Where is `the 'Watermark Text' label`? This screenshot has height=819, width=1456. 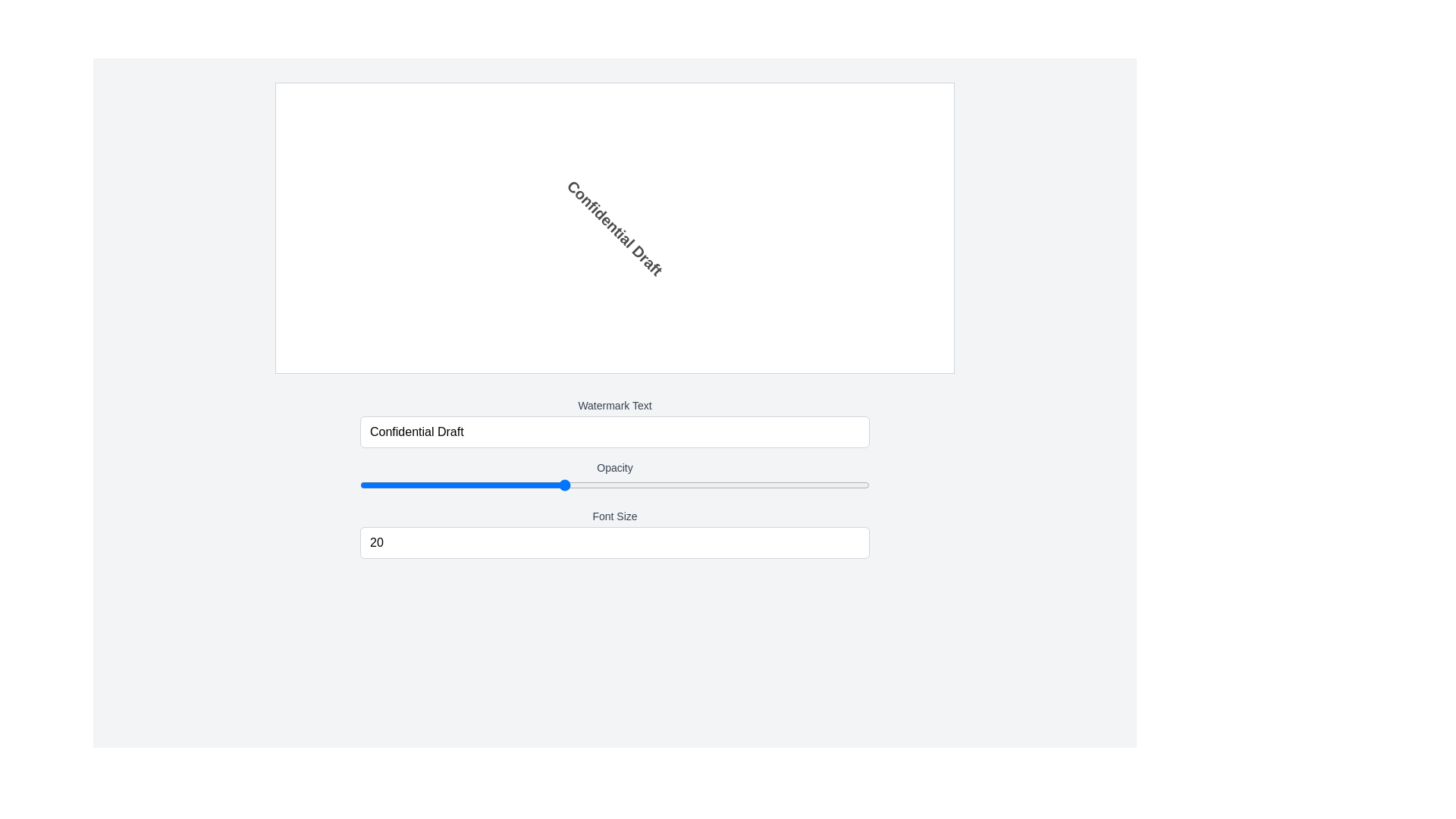
the 'Watermark Text' label is located at coordinates (615, 423).